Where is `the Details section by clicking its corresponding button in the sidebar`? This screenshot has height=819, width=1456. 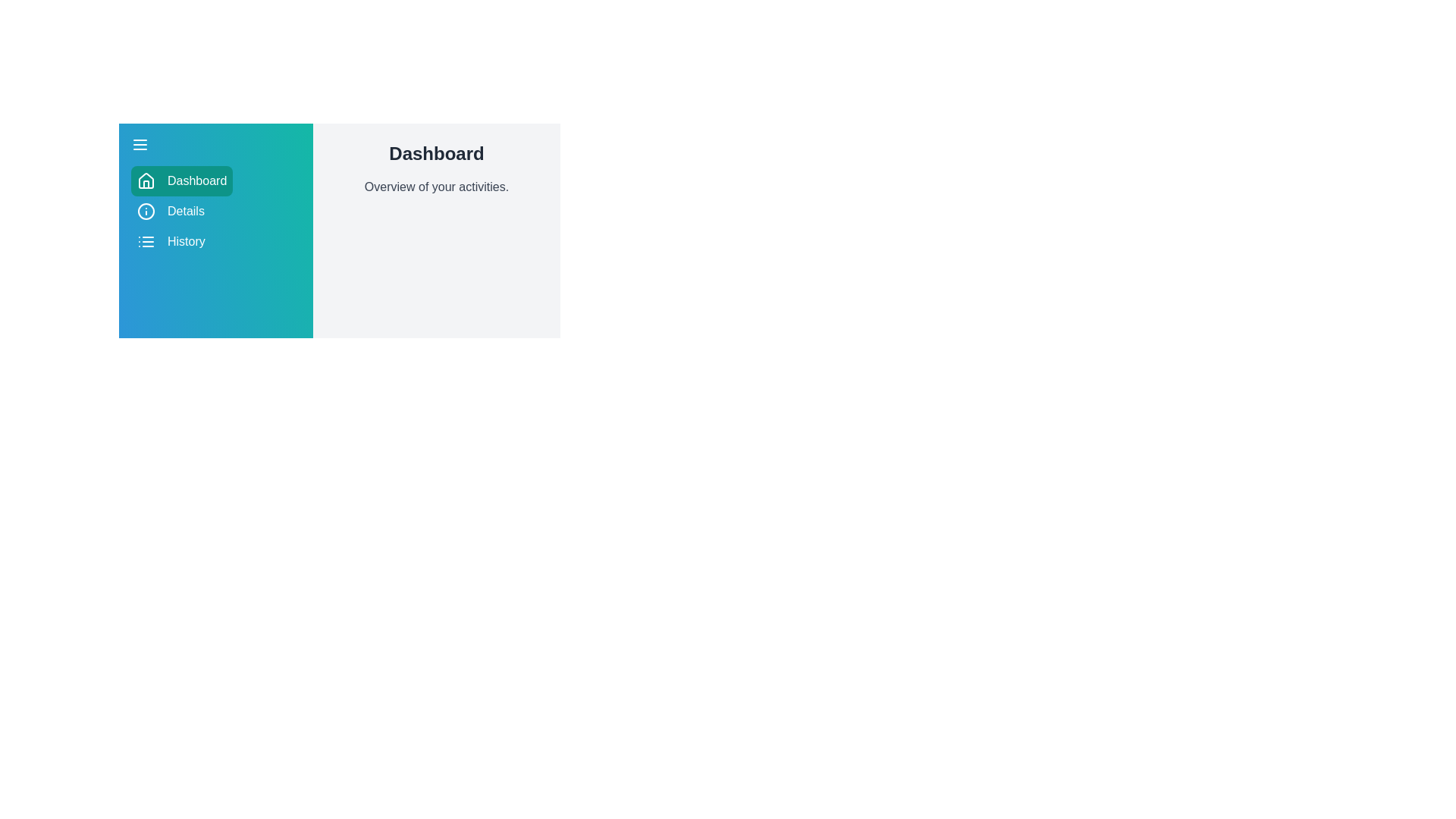
the Details section by clicking its corresponding button in the sidebar is located at coordinates (171, 211).